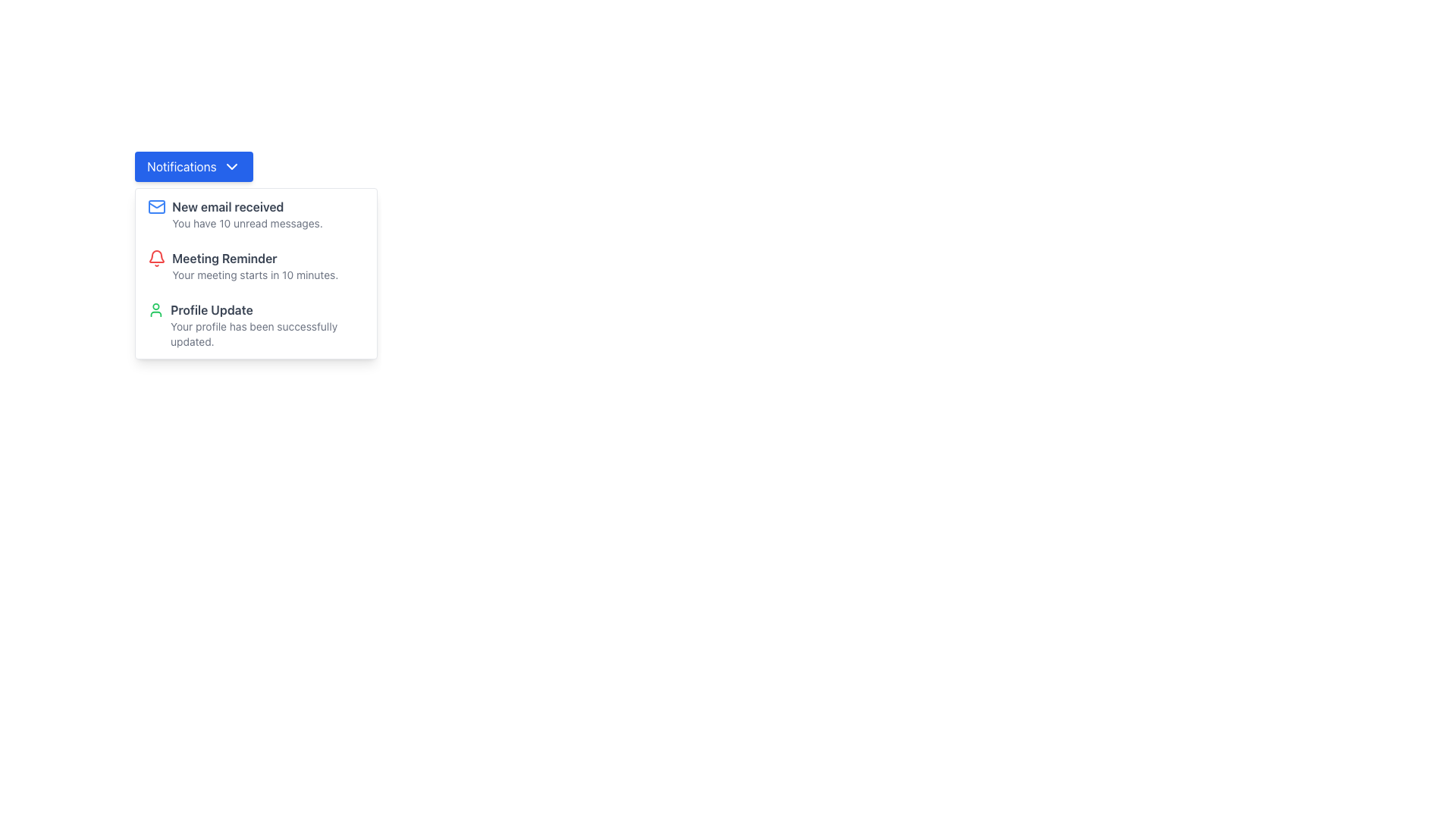 The width and height of the screenshot is (1456, 819). I want to click on the second notification in the dropdown panel titled 'Meeting Reminder', so click(255, 265).